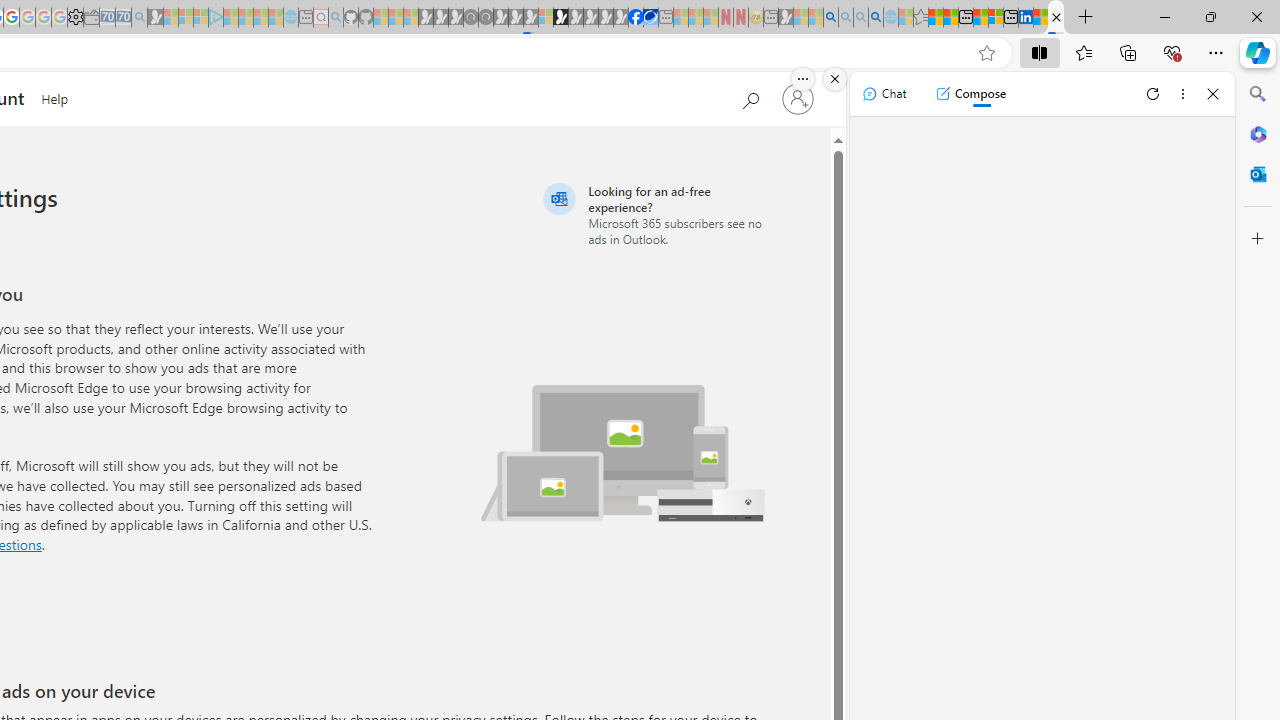  I want to click on 'Bing AI - Search', so click(831, 17).